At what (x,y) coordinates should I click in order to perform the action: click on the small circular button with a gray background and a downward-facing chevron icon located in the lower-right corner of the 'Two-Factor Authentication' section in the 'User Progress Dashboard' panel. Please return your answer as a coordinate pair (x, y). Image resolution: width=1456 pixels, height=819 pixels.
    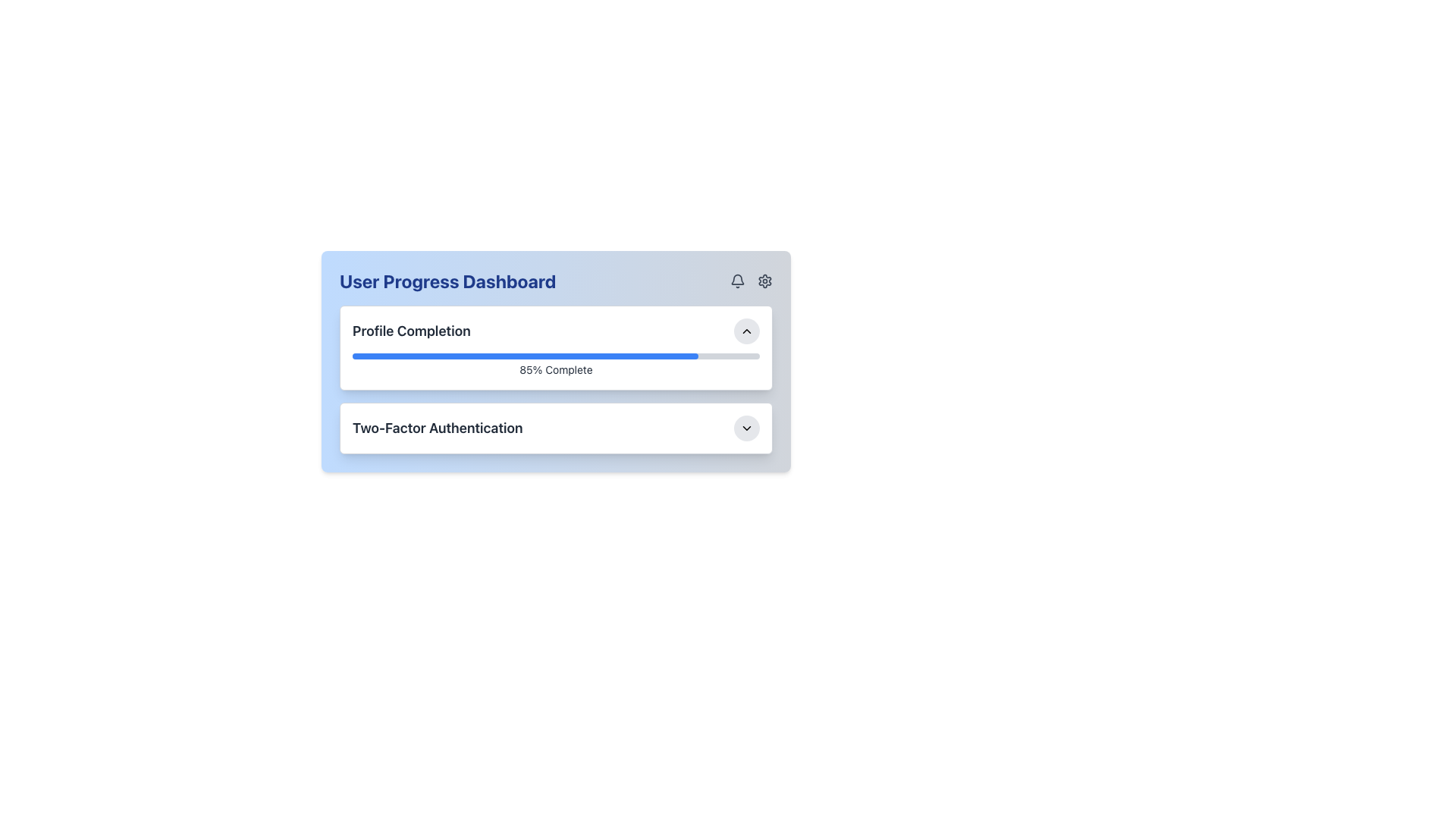
    Looking at the image, I should click on (746, 428).